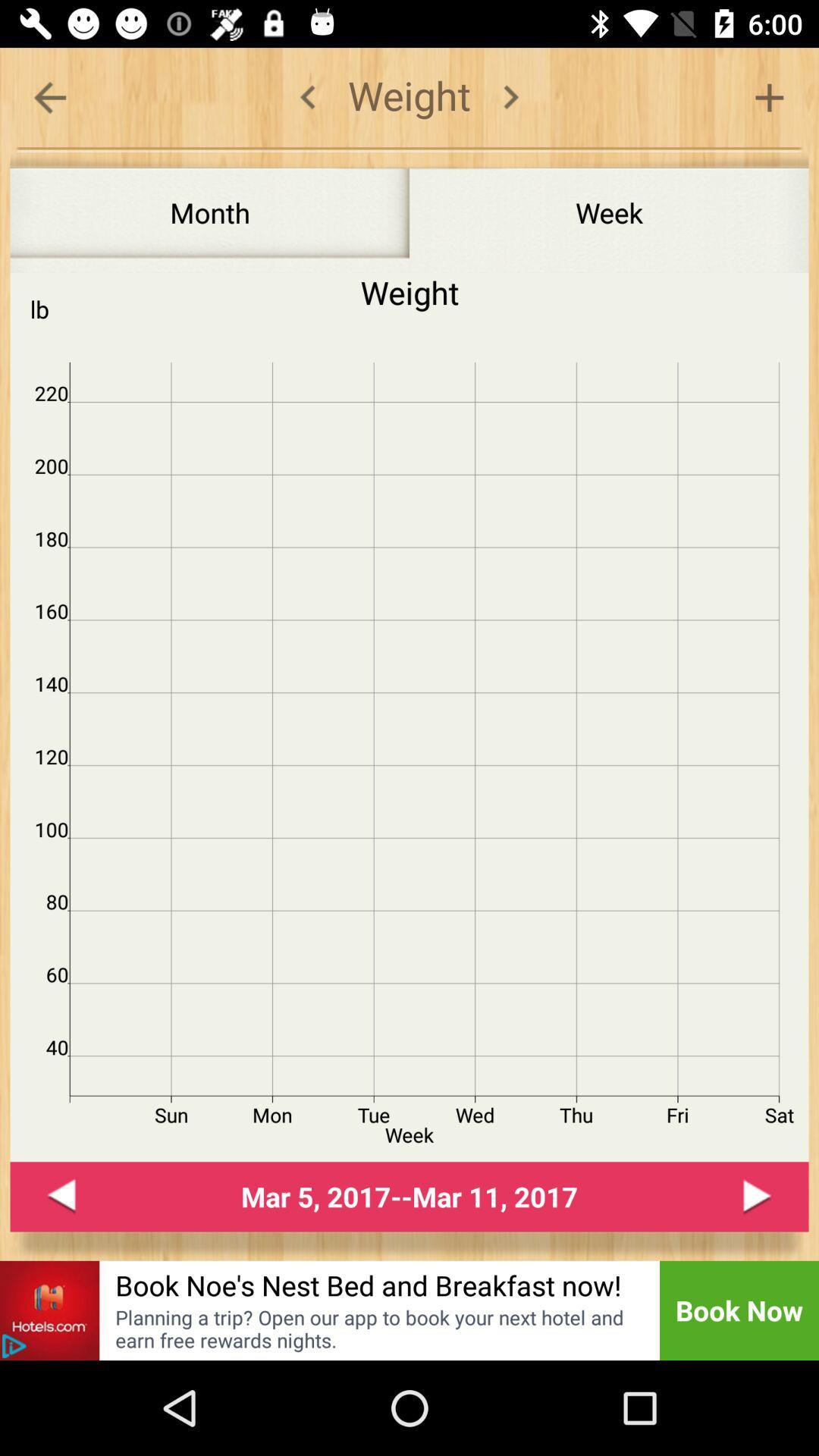 This screenshot has width=819, height=1456. Describe the element at coordinates (510, 96) in the screenshot. I see `change other category` at that location.